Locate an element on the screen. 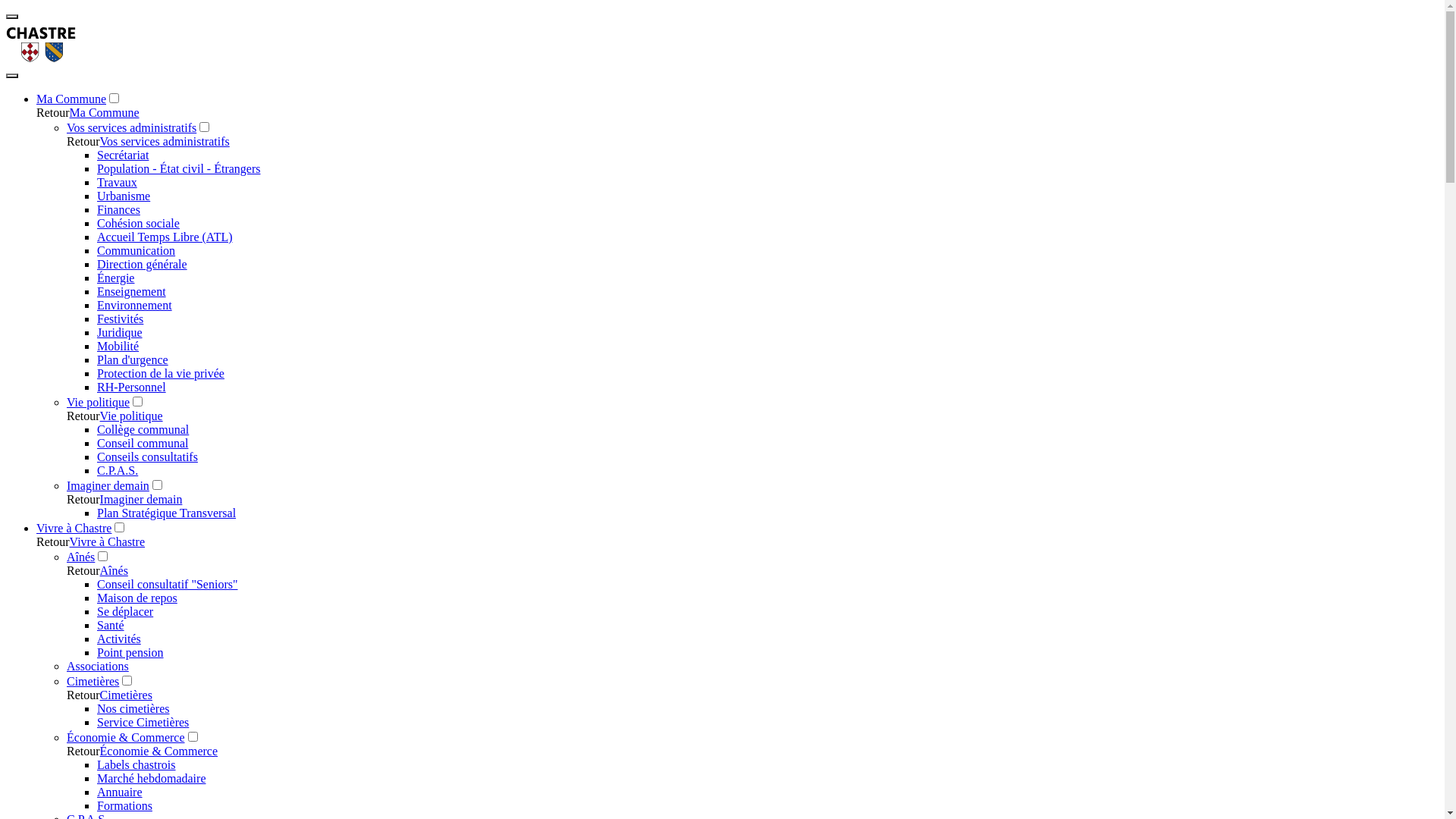 This screenshot has width=1456, height=819. 'Finances' is located at coordinates (118, 209).